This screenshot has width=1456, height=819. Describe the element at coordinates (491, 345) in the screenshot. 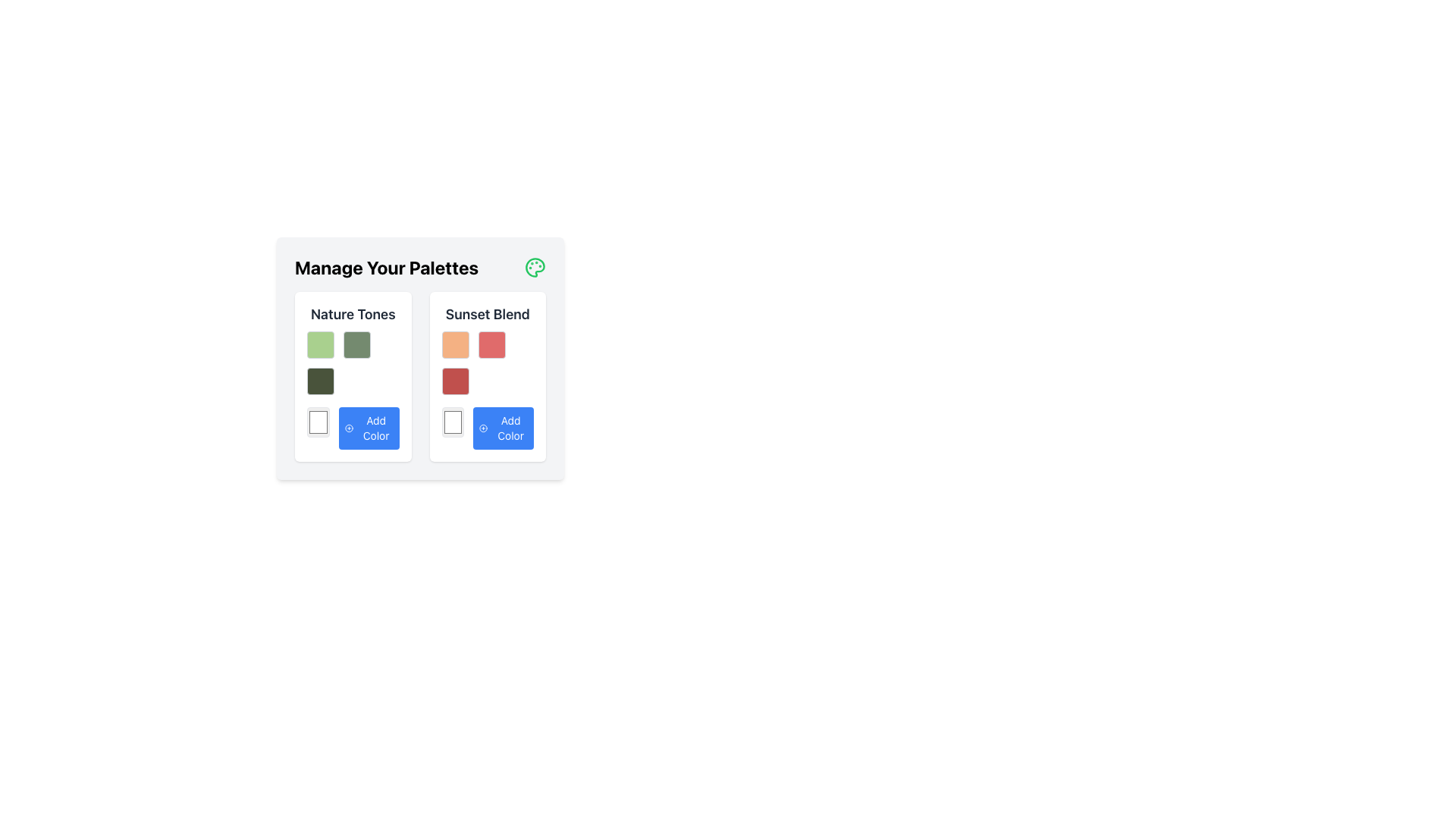

I see `the second color swatch` at that location.